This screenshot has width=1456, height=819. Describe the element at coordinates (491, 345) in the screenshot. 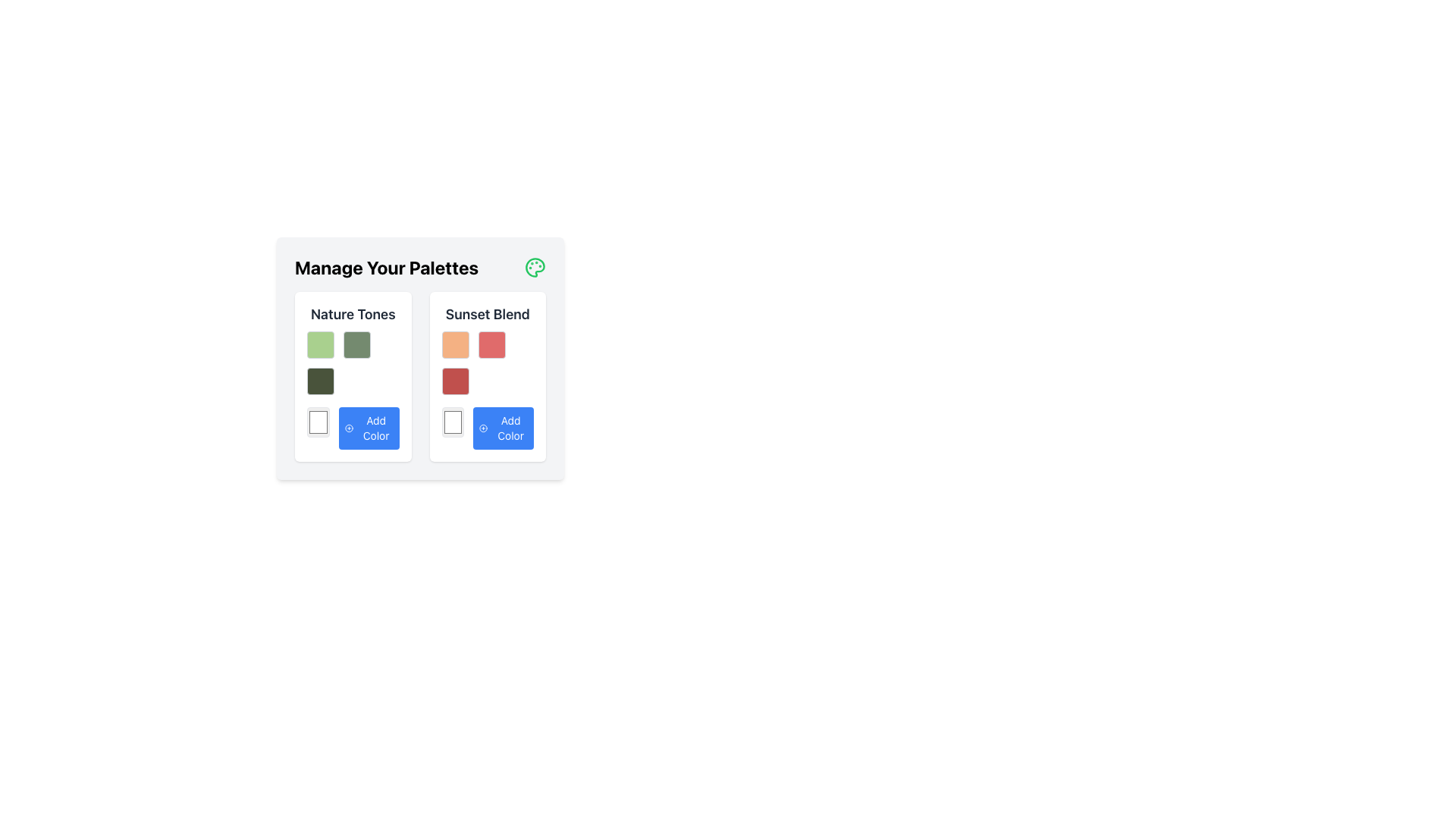

I see `the second color swatch` at that location.